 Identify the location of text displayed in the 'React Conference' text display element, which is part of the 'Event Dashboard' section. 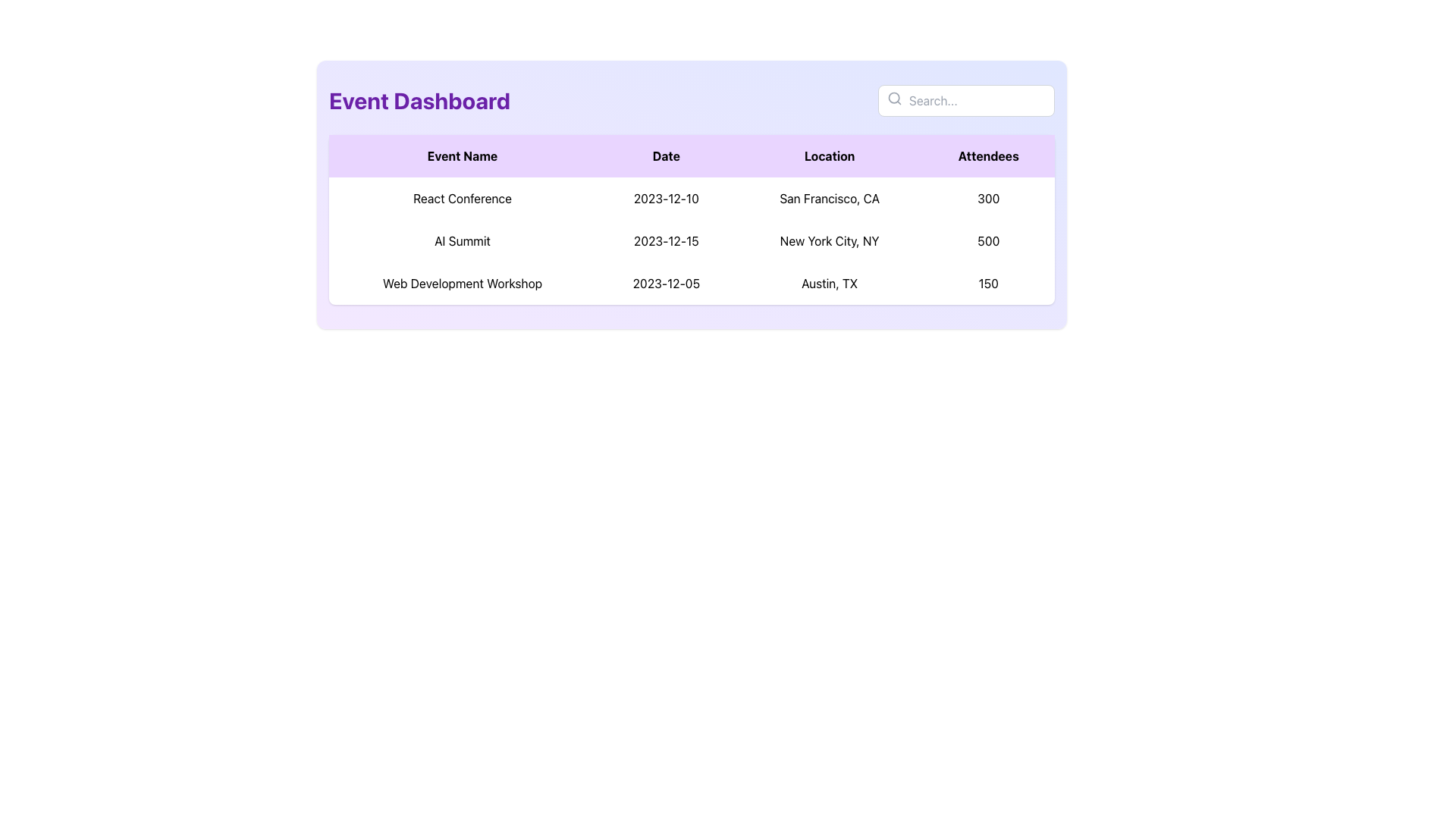
(461, 198).